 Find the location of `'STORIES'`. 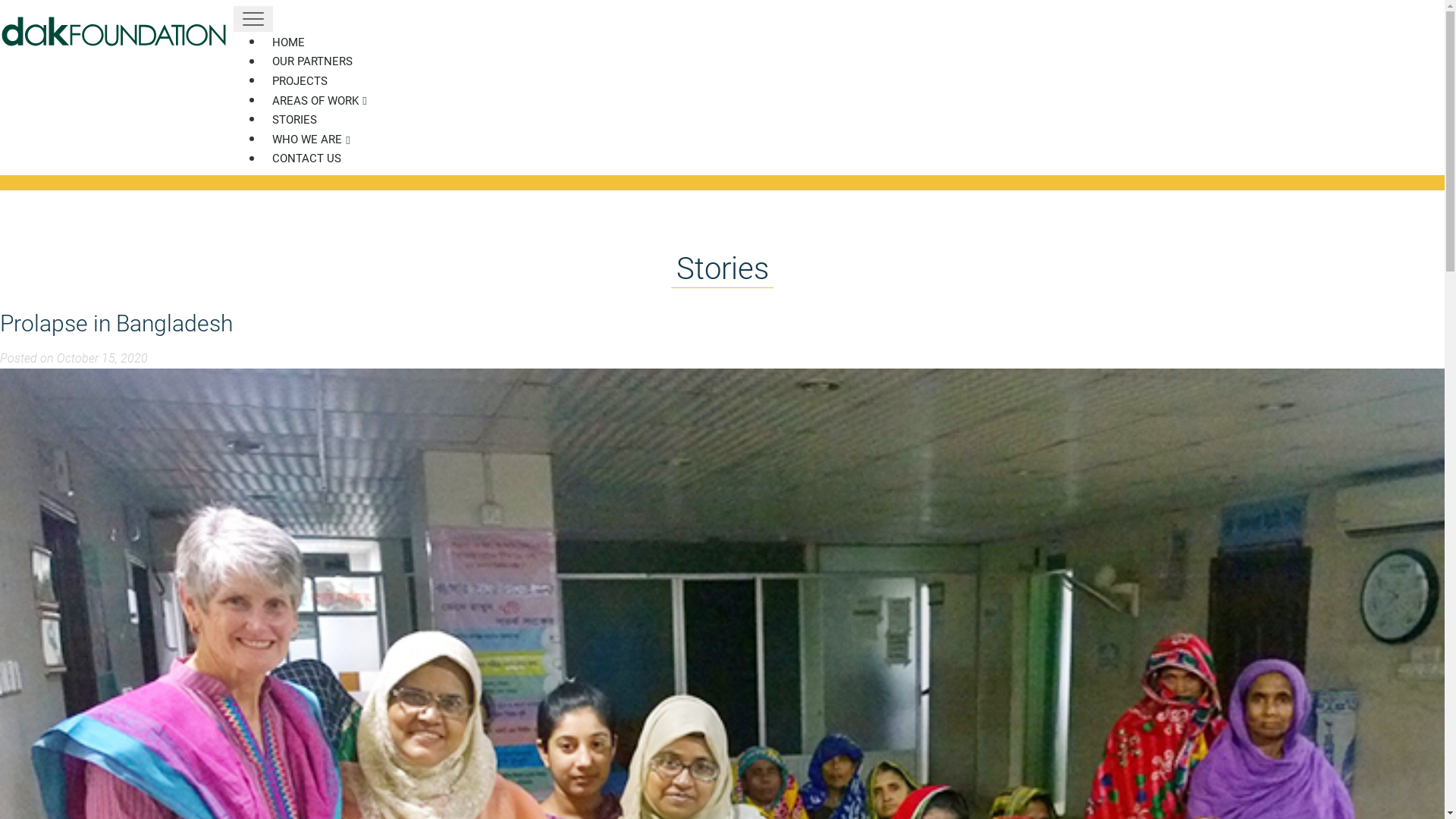

'STORIES' is located at coordinates (294, 119).